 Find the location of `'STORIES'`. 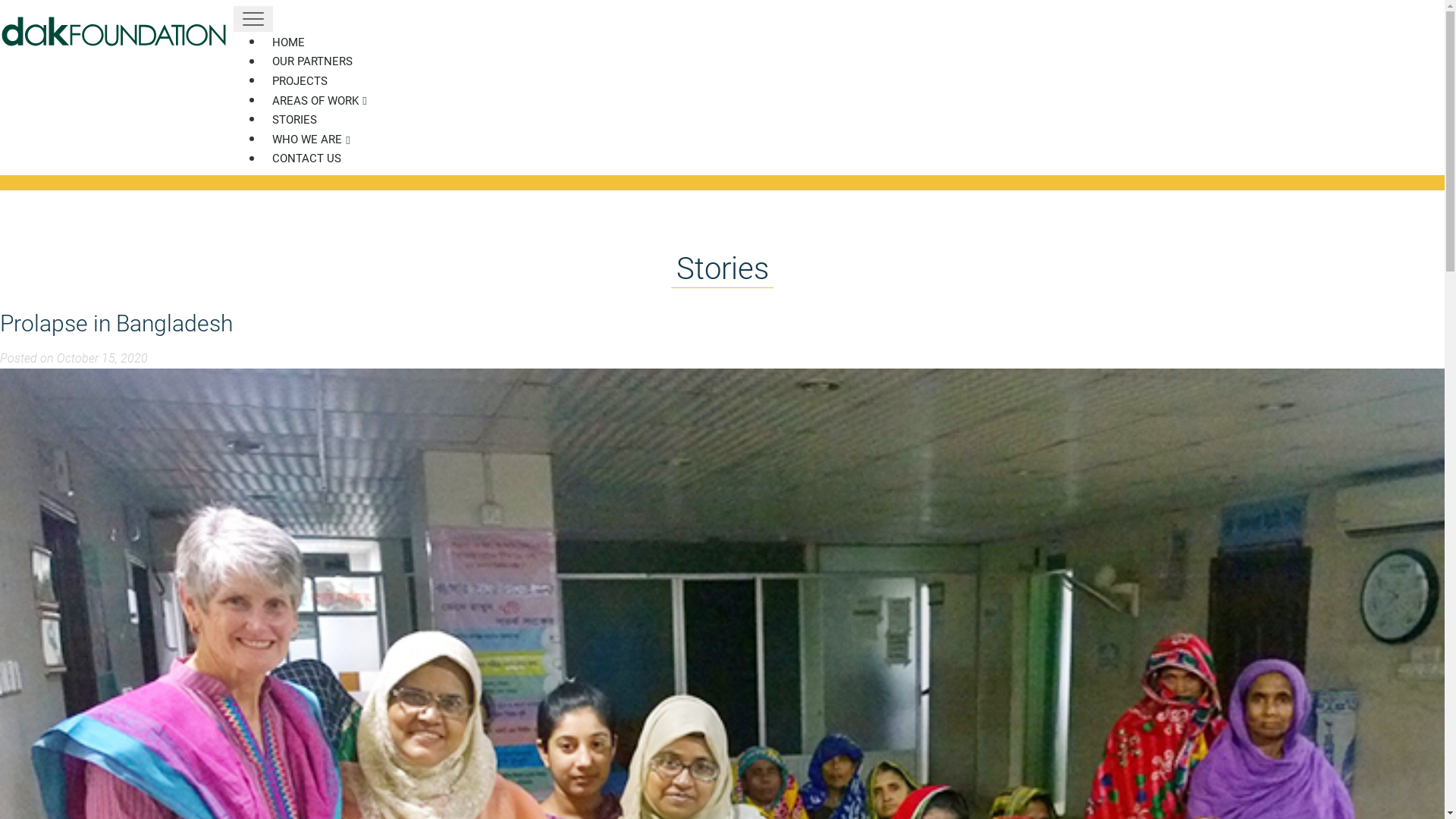

'STORIES' is located at coordinates (294, 119).